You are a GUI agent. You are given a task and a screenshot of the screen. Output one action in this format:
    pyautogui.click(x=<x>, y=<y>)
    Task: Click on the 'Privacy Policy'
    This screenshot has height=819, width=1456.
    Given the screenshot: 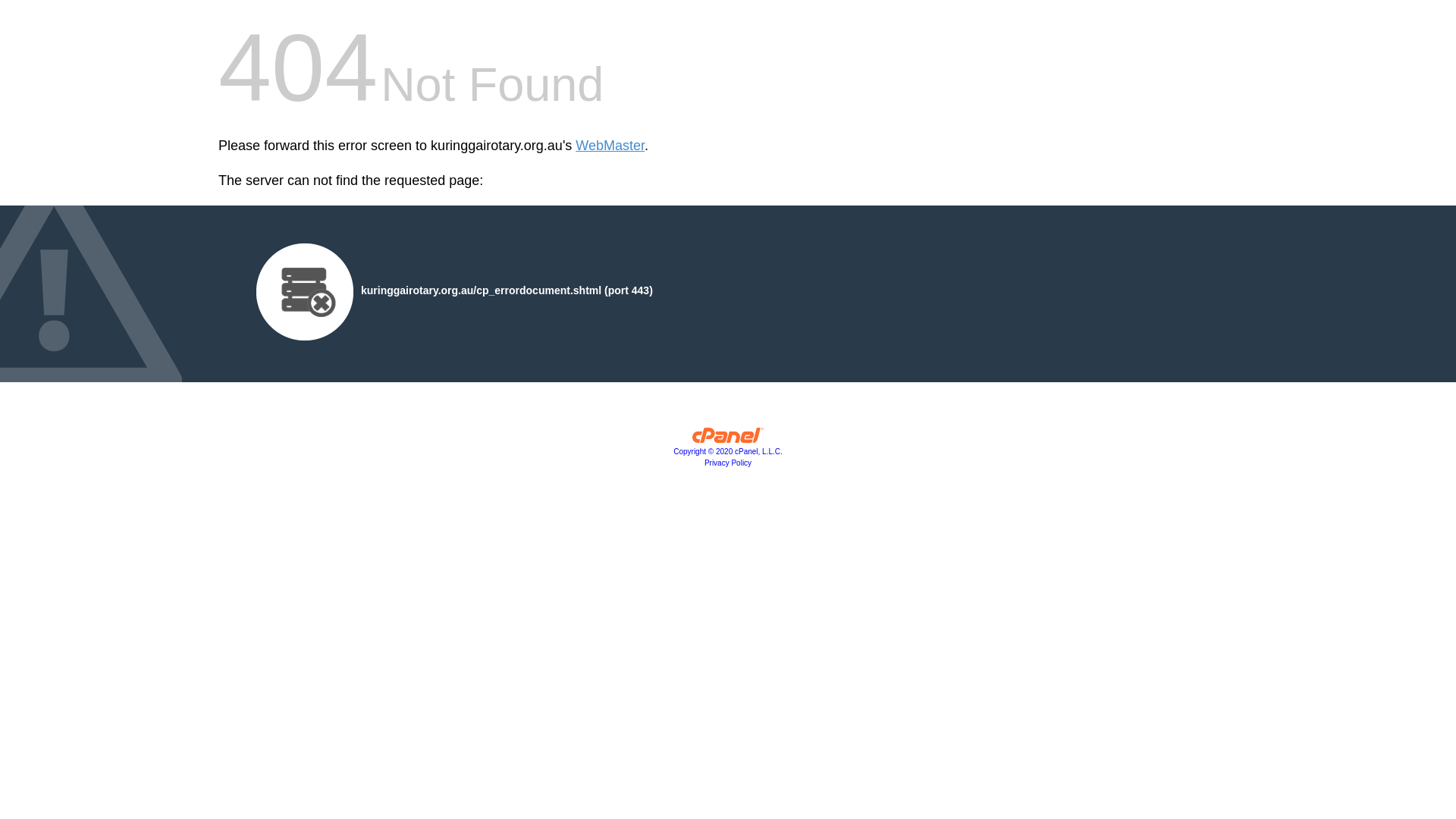 What is the action you would take?
    pyautogui.click(x=728, y=462)
    